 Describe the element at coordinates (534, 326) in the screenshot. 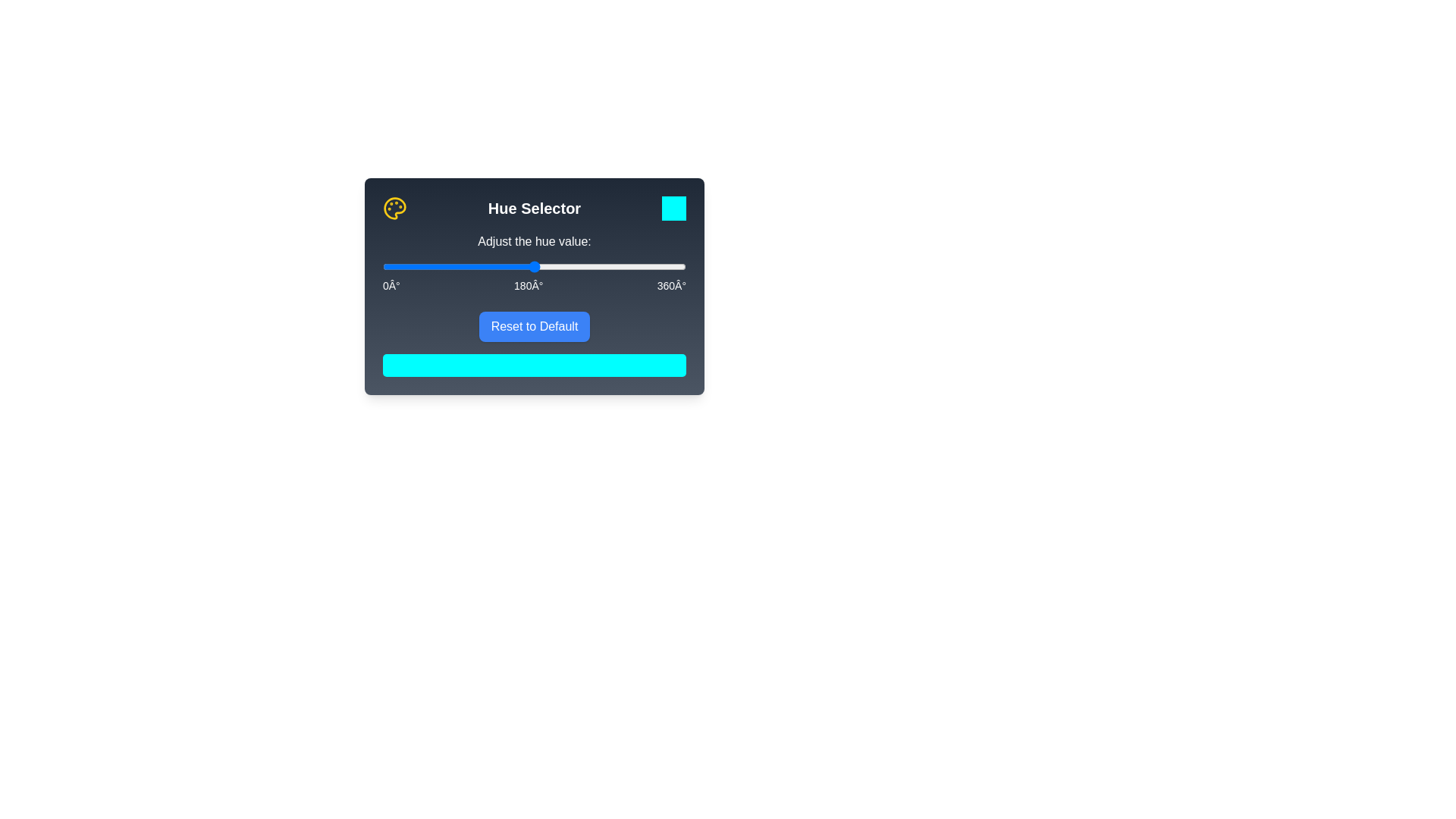

I see `'Reset to Default' button to restore the hue to its default value` at that location.